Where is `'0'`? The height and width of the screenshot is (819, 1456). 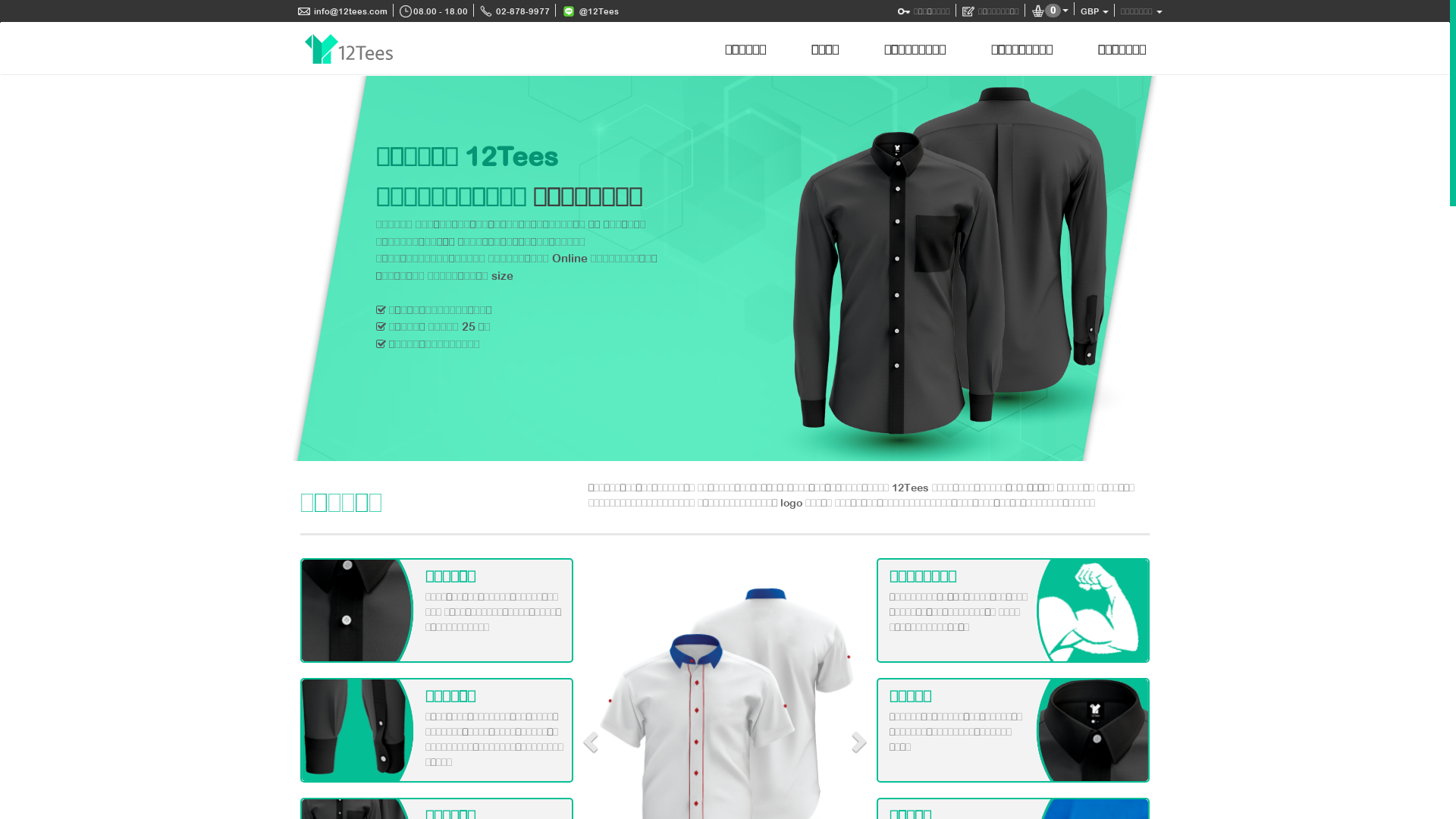
'0' is located at coordinates (1049, 11).